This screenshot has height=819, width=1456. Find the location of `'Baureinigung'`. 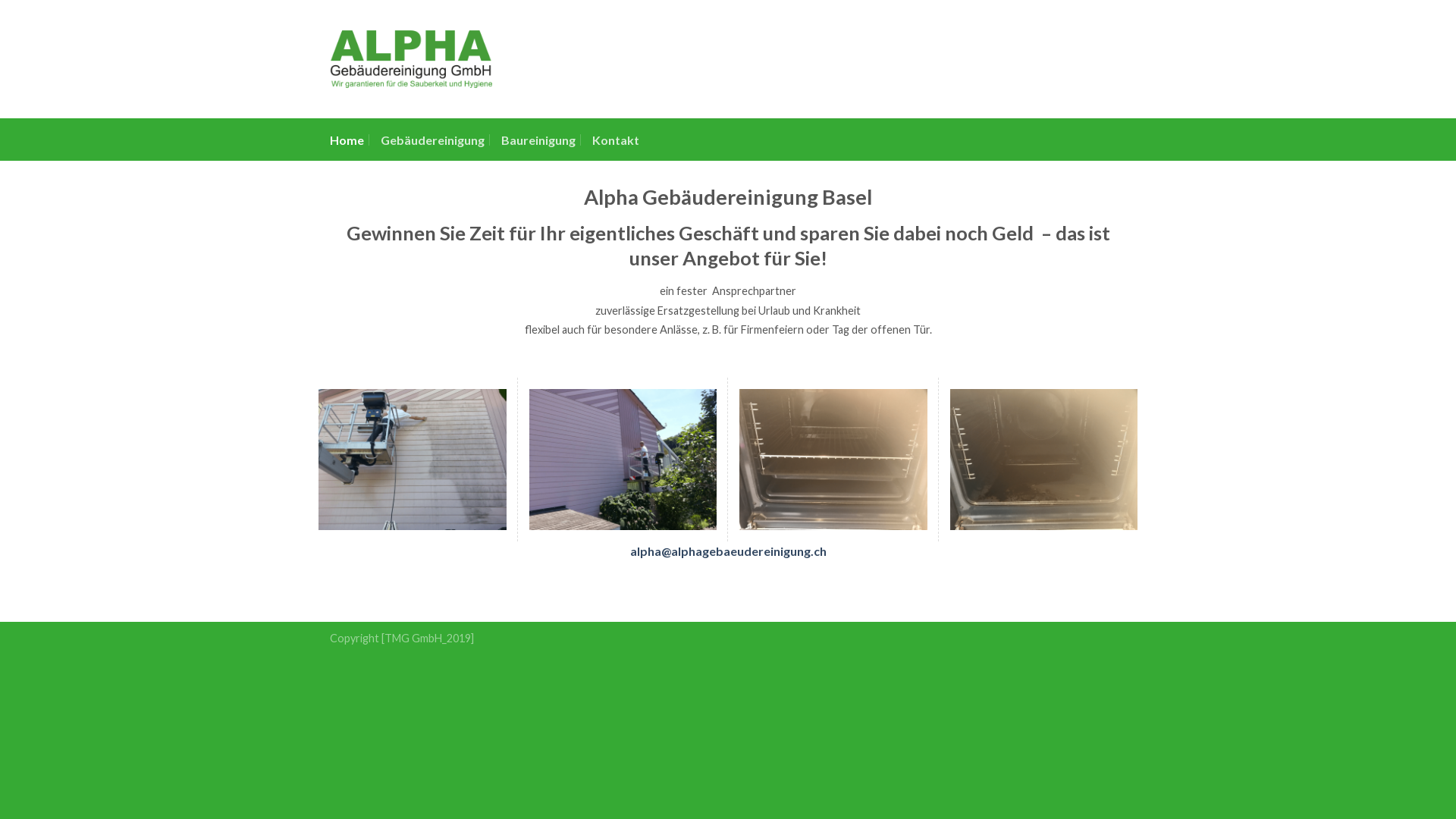

'Baureinigung' is located at coordinates (538, 139).